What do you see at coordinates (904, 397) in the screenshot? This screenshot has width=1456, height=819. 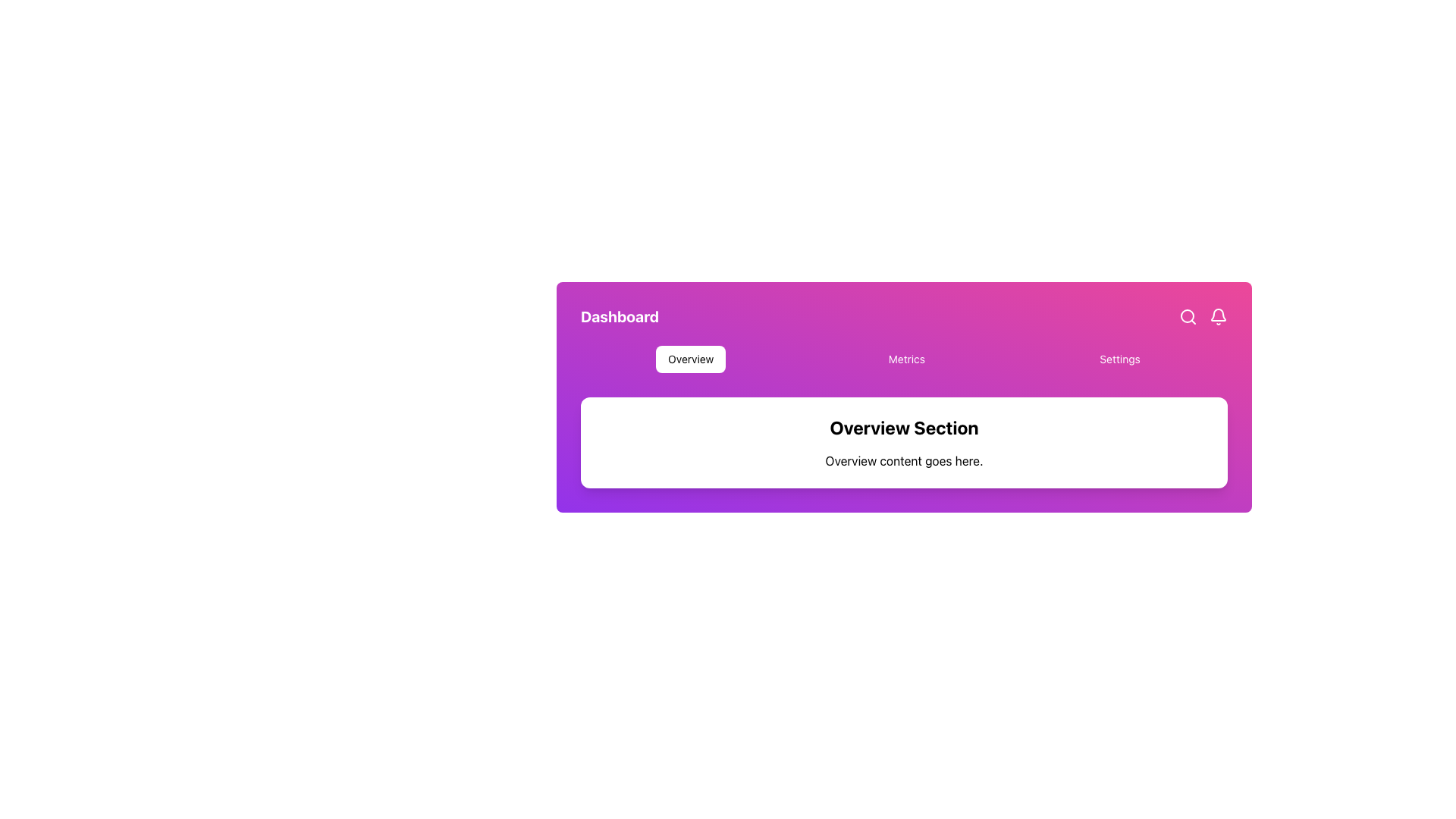 I see `the 'Overview', 'Metrics', or 'Settings' button in the gradient-colored navigation header section located below the main header` at bounding box center [904, 397].